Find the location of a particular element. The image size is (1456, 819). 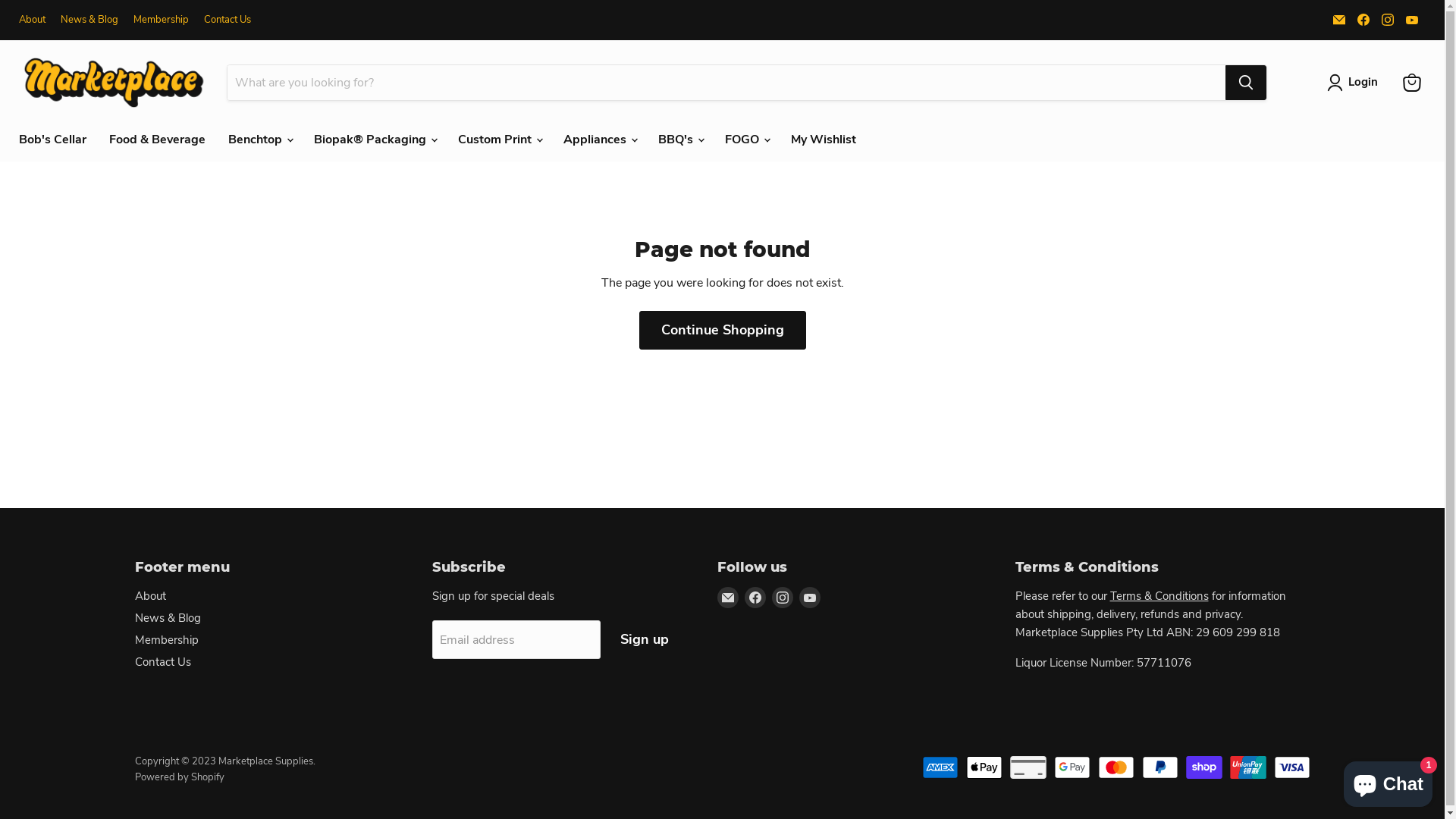

'Email Marketplace Supplies' is located at coordinates (1328, 20).